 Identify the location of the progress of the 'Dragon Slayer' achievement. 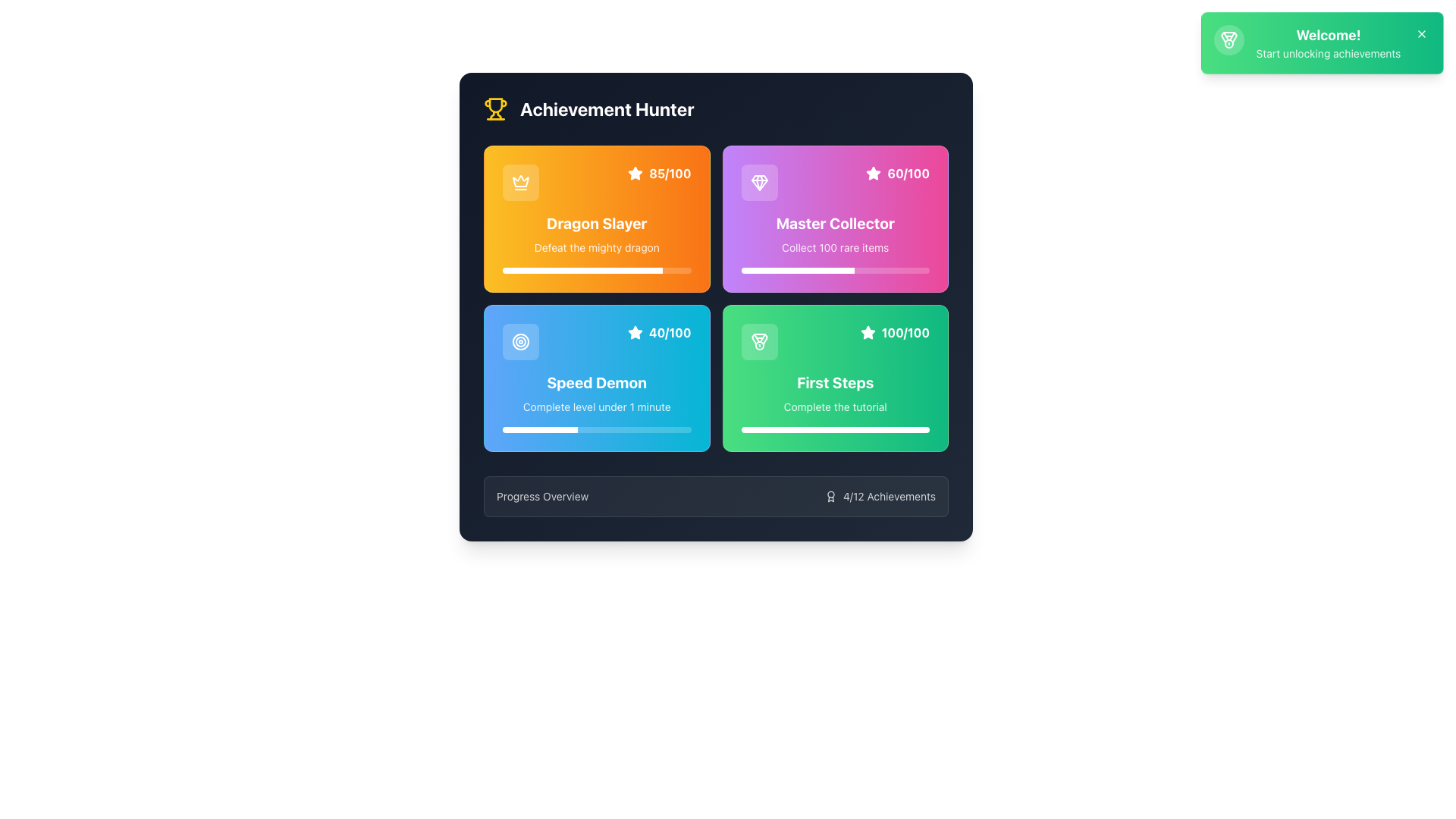
(506, 270).